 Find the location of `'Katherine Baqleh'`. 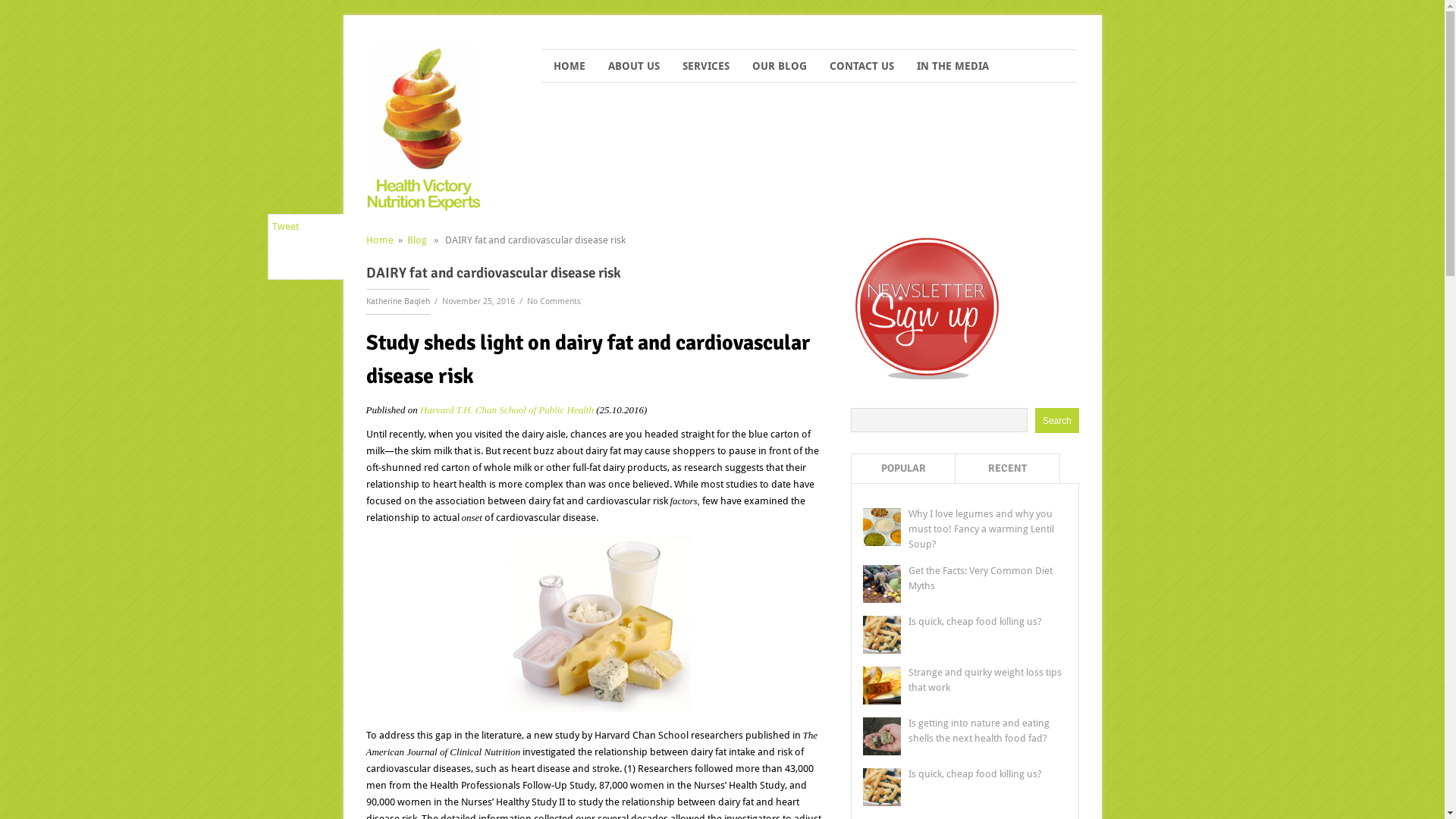

'Katherine Baqleh' is located at coordinates (397, 301).